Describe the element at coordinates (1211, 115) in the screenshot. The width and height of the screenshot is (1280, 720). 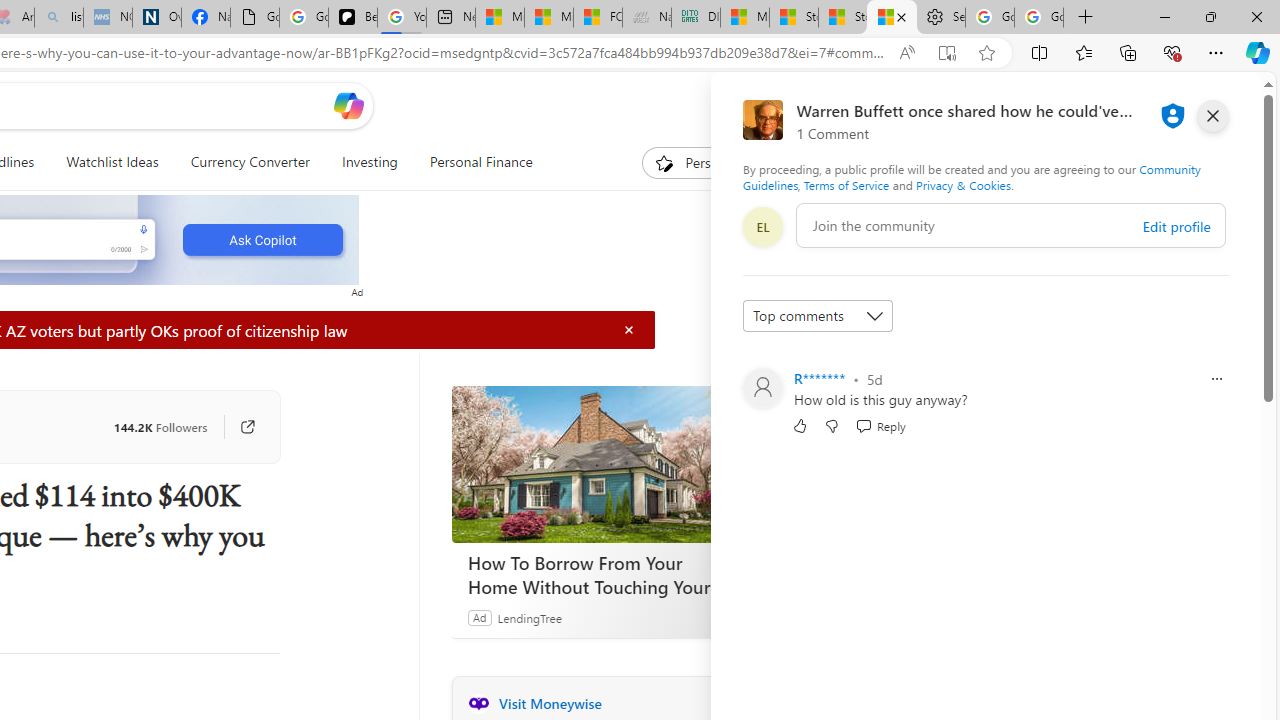
I see `'close'` at that location.